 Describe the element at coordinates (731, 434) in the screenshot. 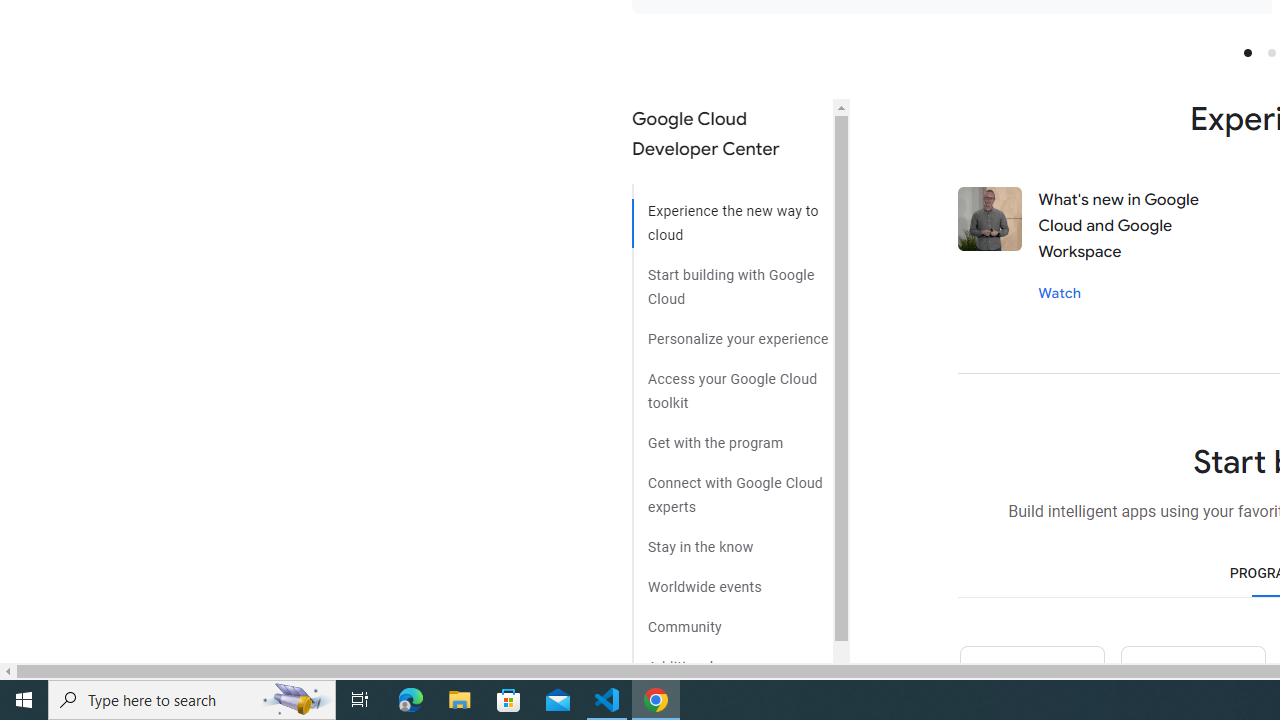

I see `'Get with the program'` at that location.